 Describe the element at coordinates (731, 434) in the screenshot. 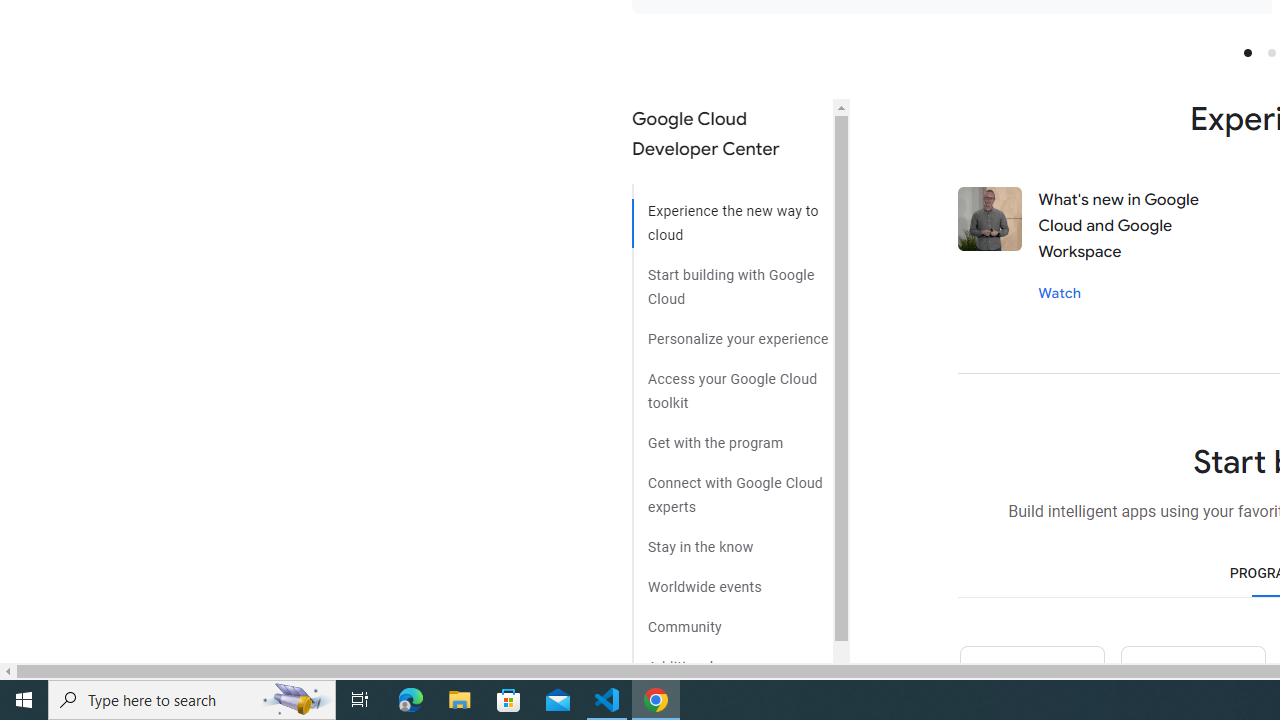

I see `'Get with the program'` at that location.